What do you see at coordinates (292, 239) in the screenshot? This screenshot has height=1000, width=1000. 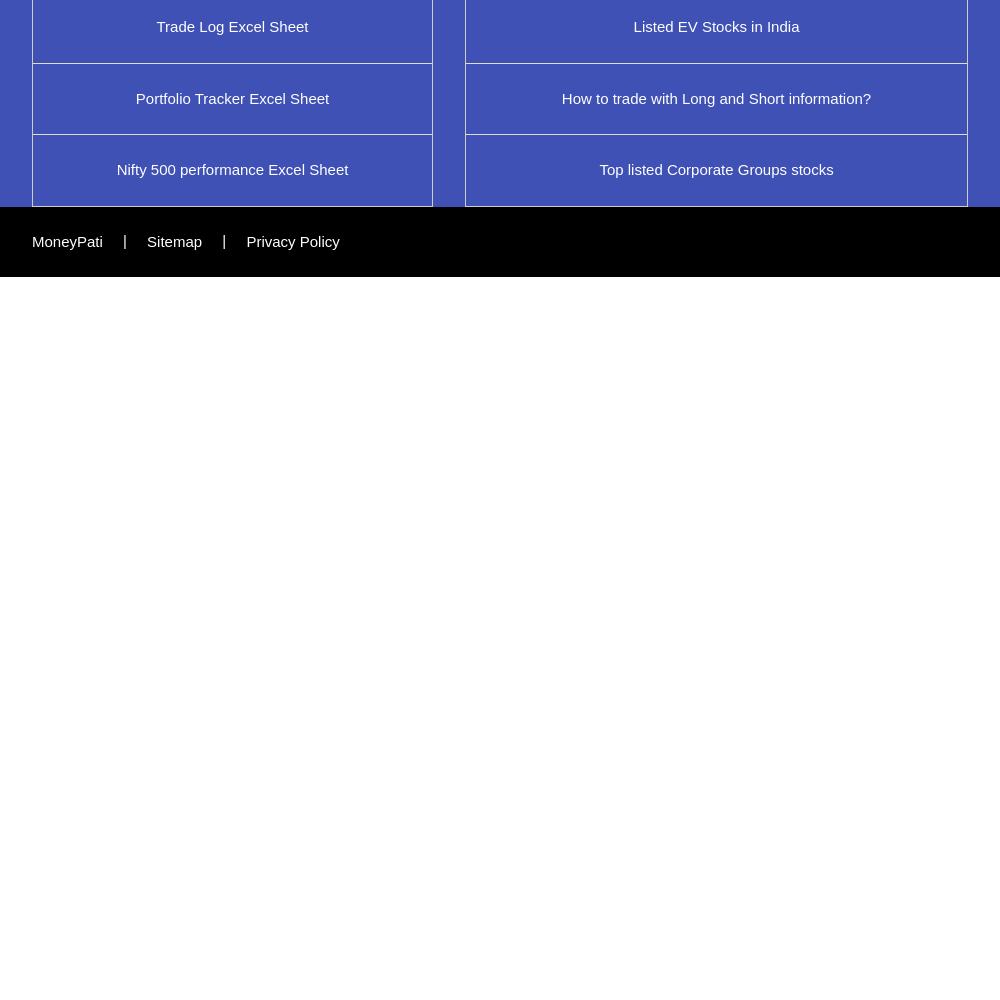 I see `'Privacy Policy'` at bounding box center [292, 239].